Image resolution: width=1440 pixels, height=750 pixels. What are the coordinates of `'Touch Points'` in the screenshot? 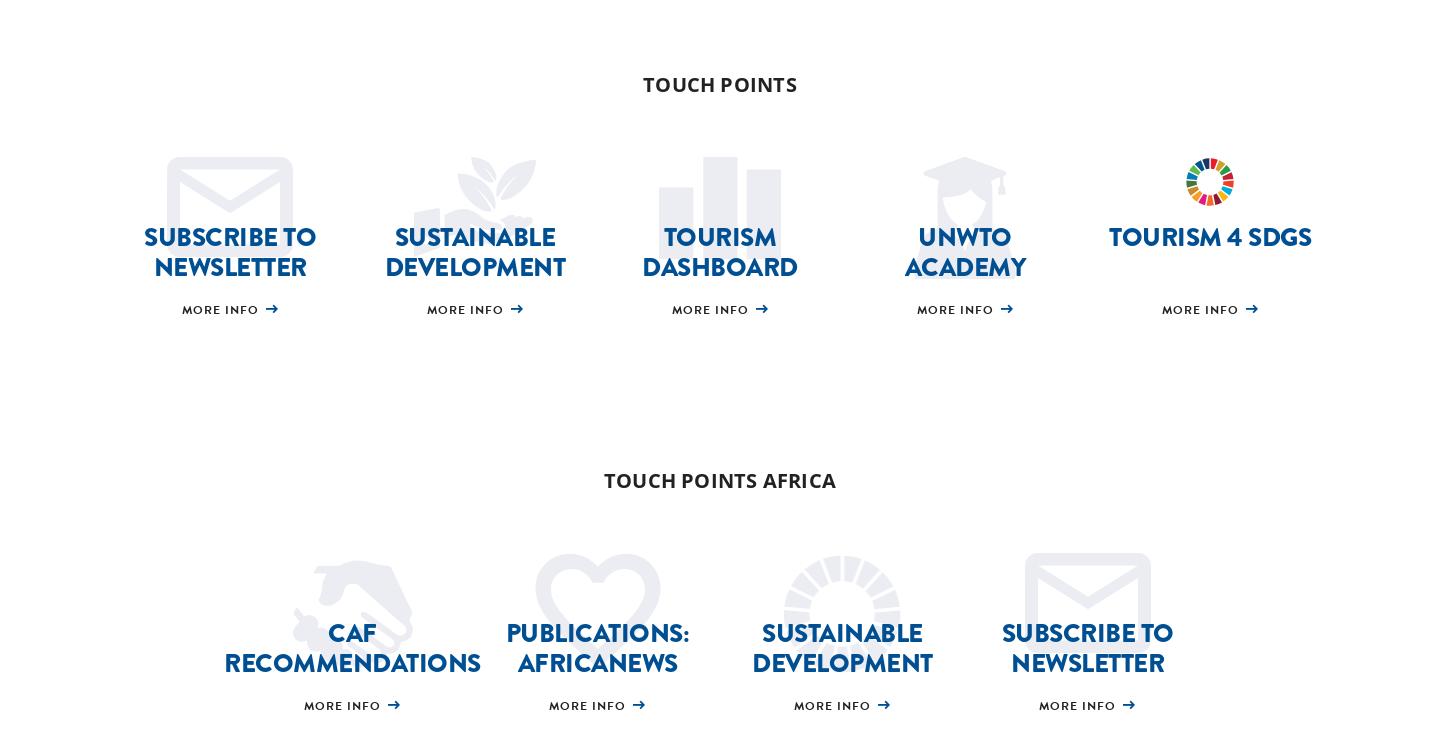 It's located at (641, 82).